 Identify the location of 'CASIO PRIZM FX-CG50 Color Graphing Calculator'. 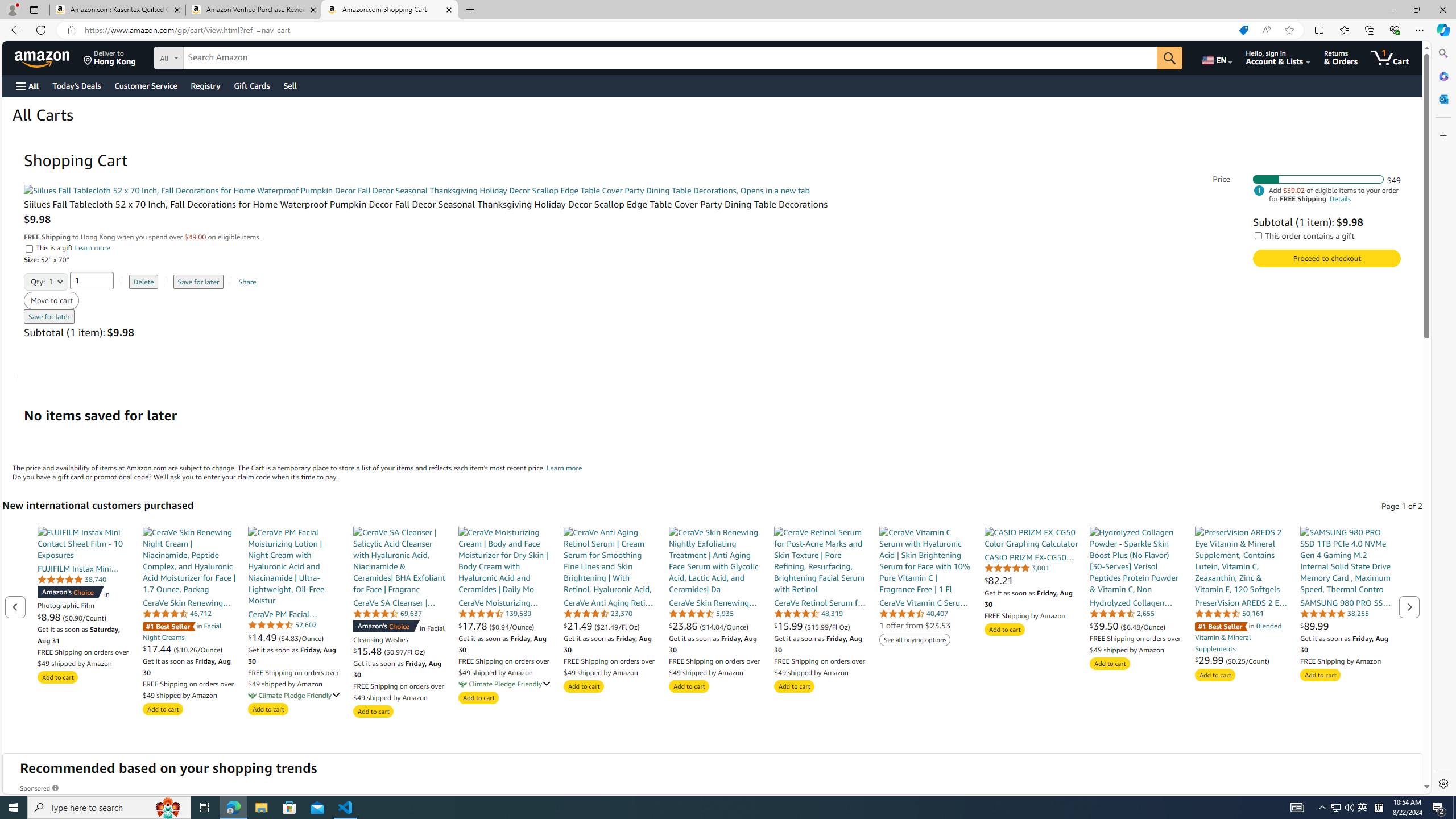
(1031, 537).